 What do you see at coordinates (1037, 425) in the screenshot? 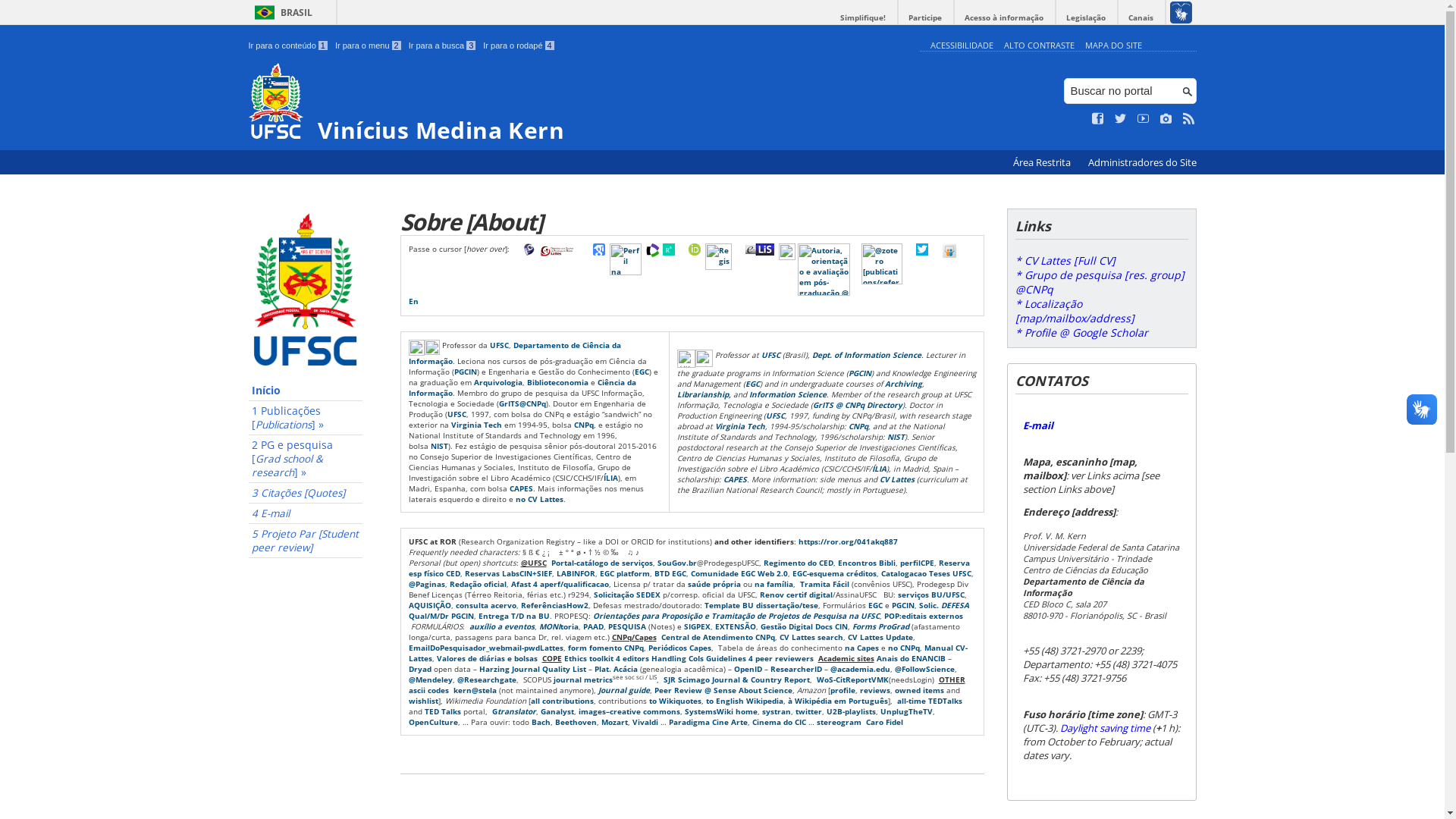
I see `'E-mail'` at bounding box center [1037, 425].